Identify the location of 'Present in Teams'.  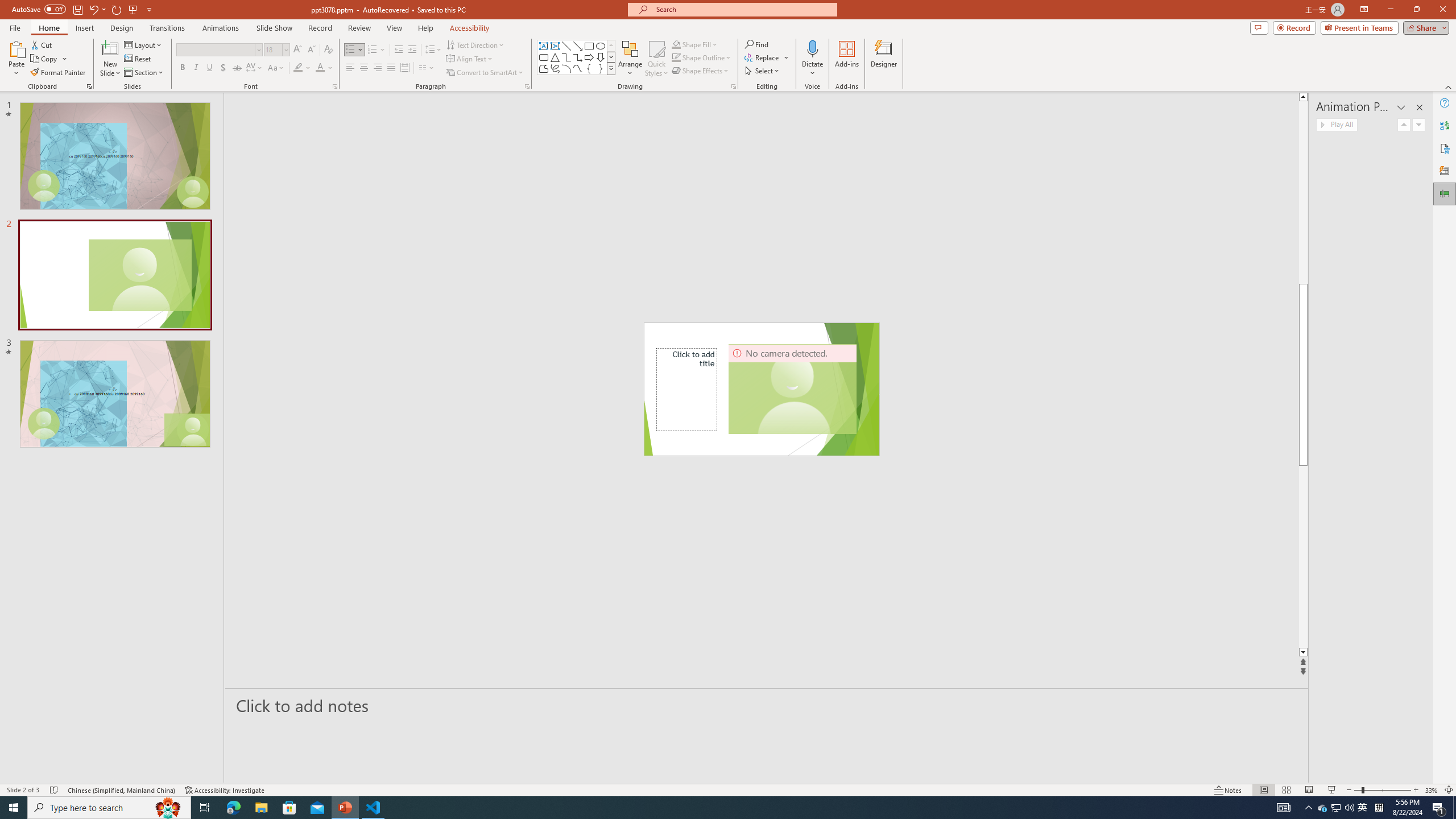
(1359, 27).